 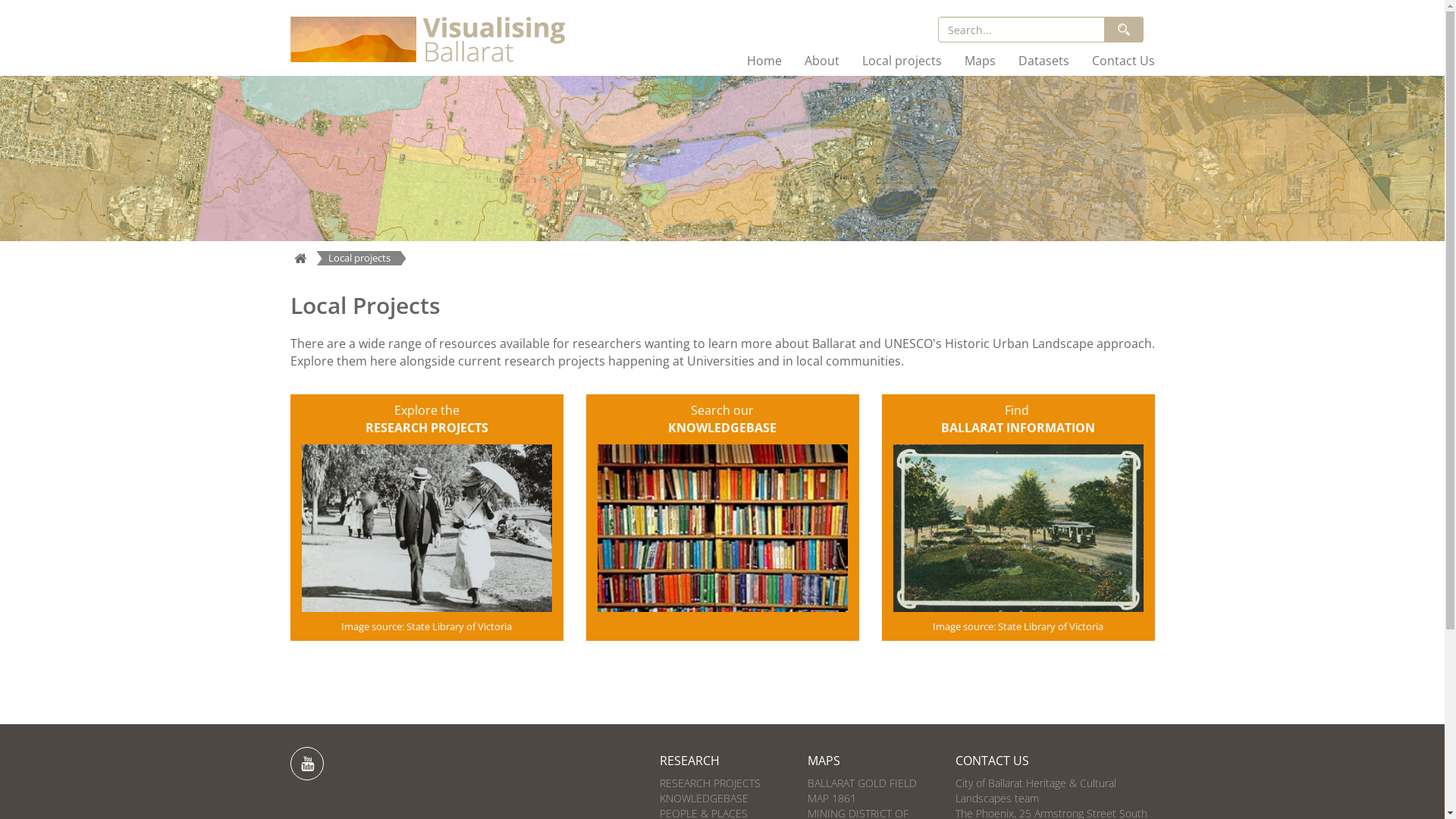 What do you see at coordinates (425, 419) in the screenshot?
I see `'Explore the` at bounding box center [425, 419].